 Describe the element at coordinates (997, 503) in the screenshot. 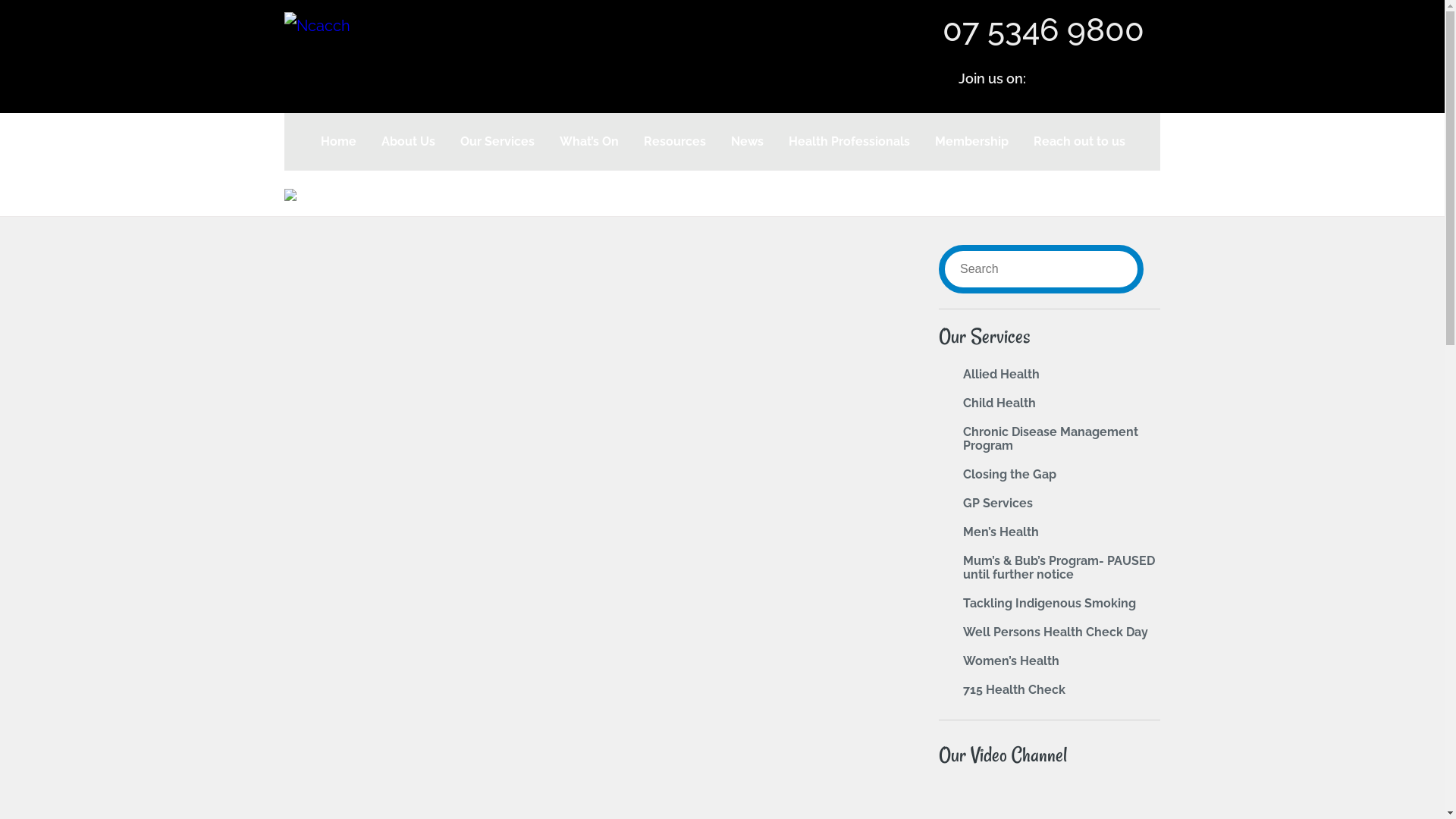

I see `'GP Services'` at that location.